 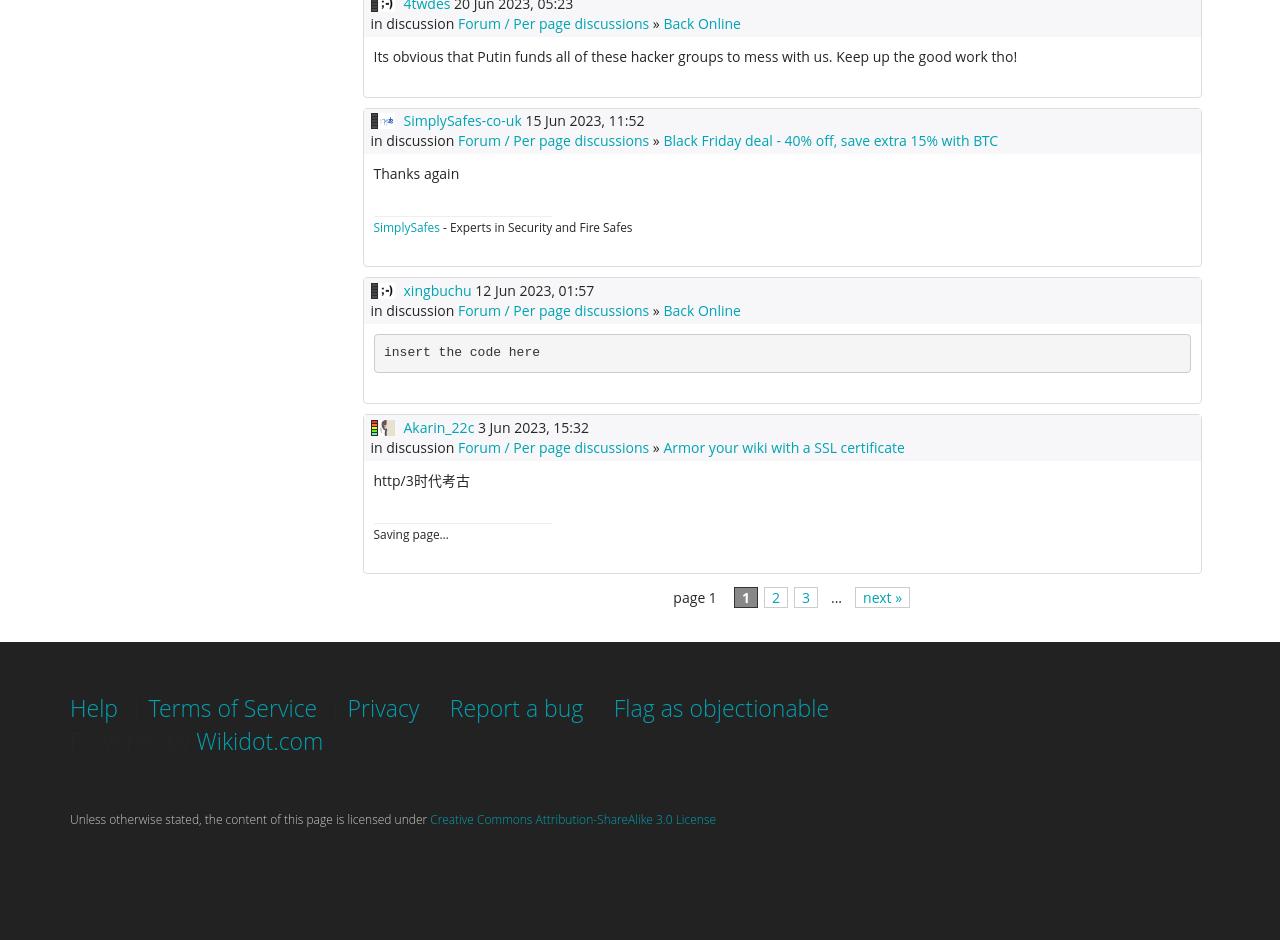 I want to click on 'http/3时代考古', so click(x=419, y=479).